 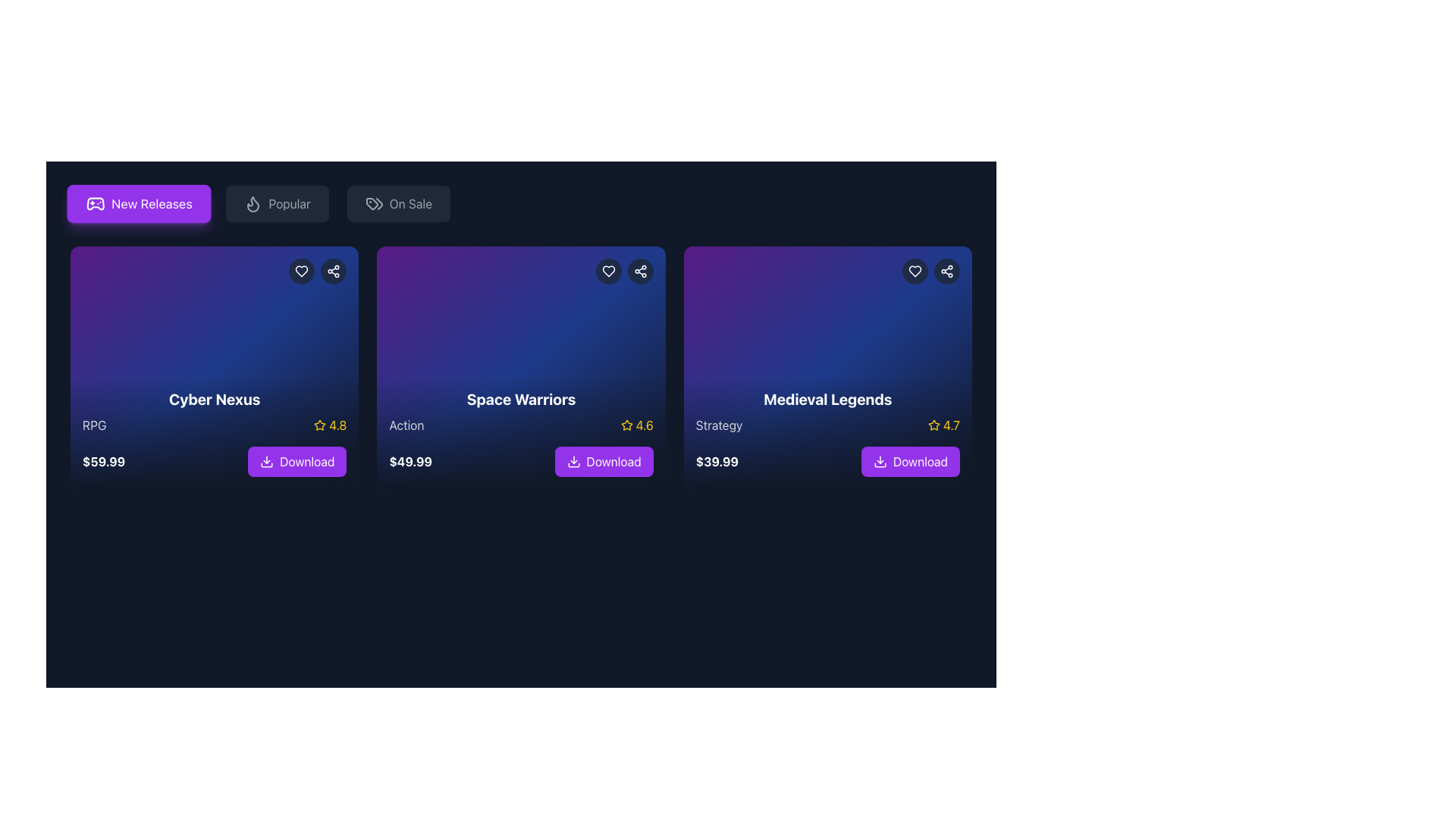 What do you see at coordinates (914, 271) in the screenshot?
I see `the heart outline icon in the upper-right corner of the 'Medieval Legends' game card to mark it as liked or favorited` at bounding box center [914, 271].